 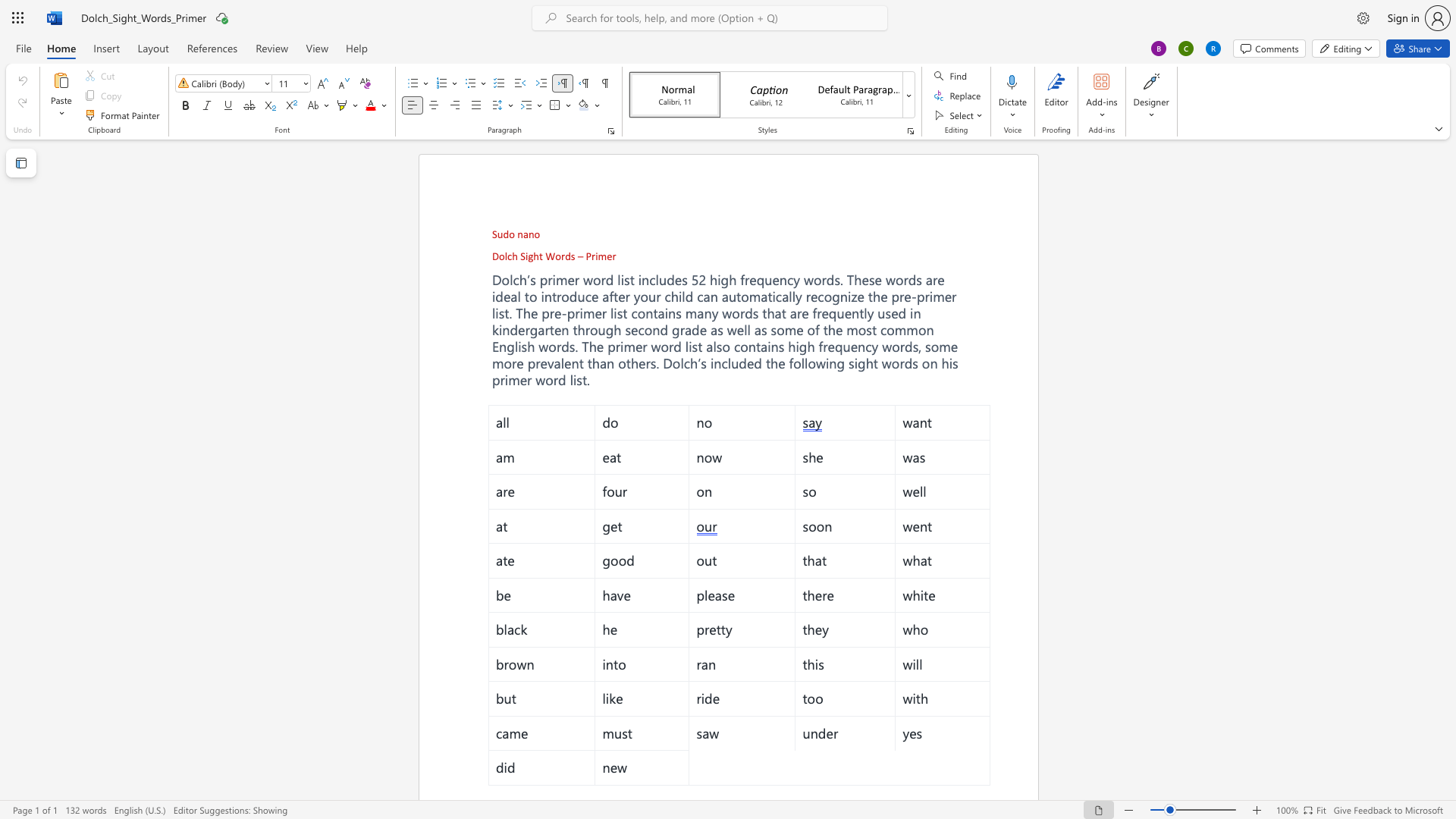 What do you see at coordinates (732, 312) in the screenshot?
I see `the subset text "ords th" within the text "many words that are"` at bounding box center [732, 312].